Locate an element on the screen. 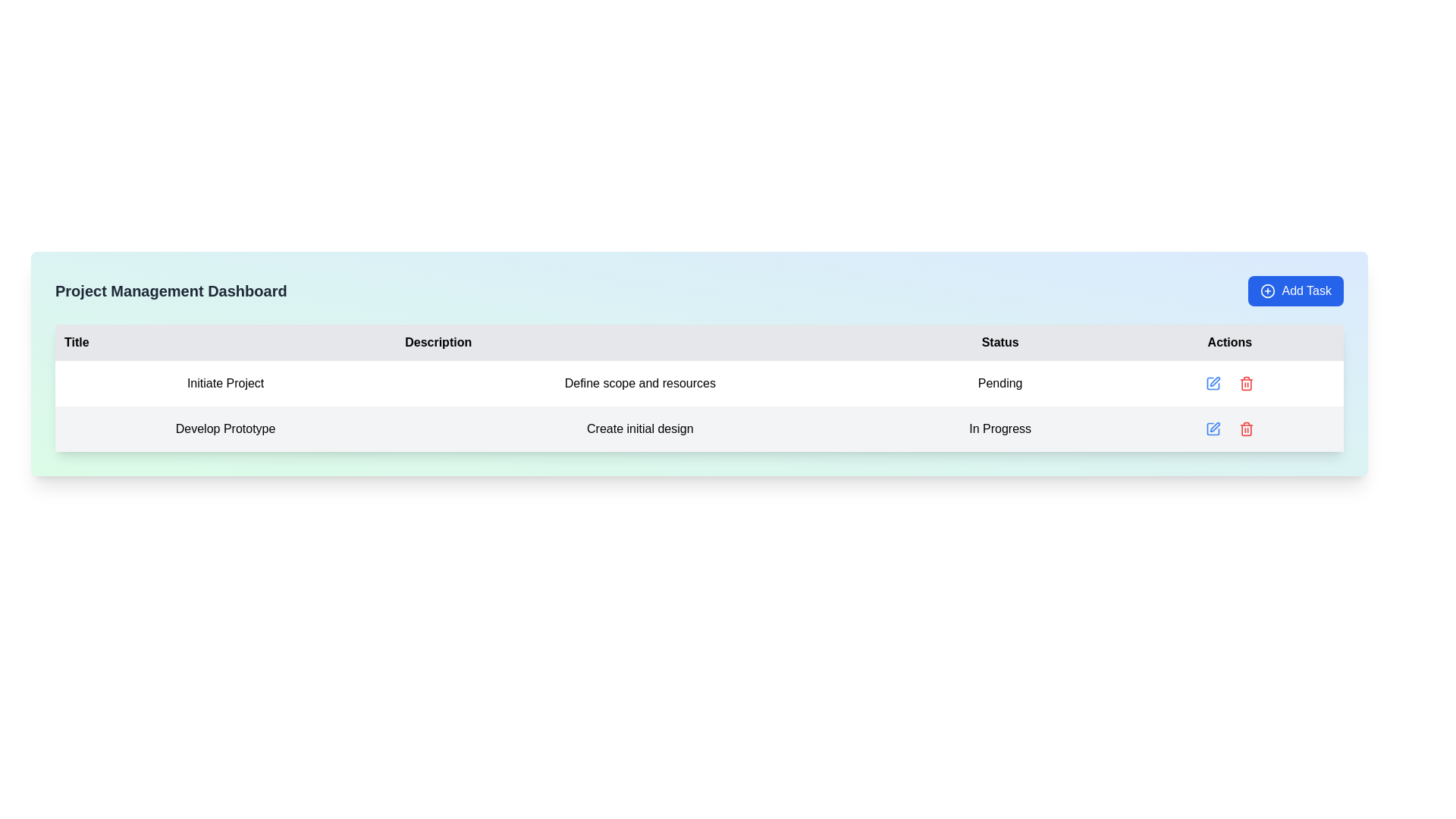  the blue-colored button with a pen glyph located in the 'Actions' column of the table next to the 'In Progress' task is located at coordinates (1212, 429).